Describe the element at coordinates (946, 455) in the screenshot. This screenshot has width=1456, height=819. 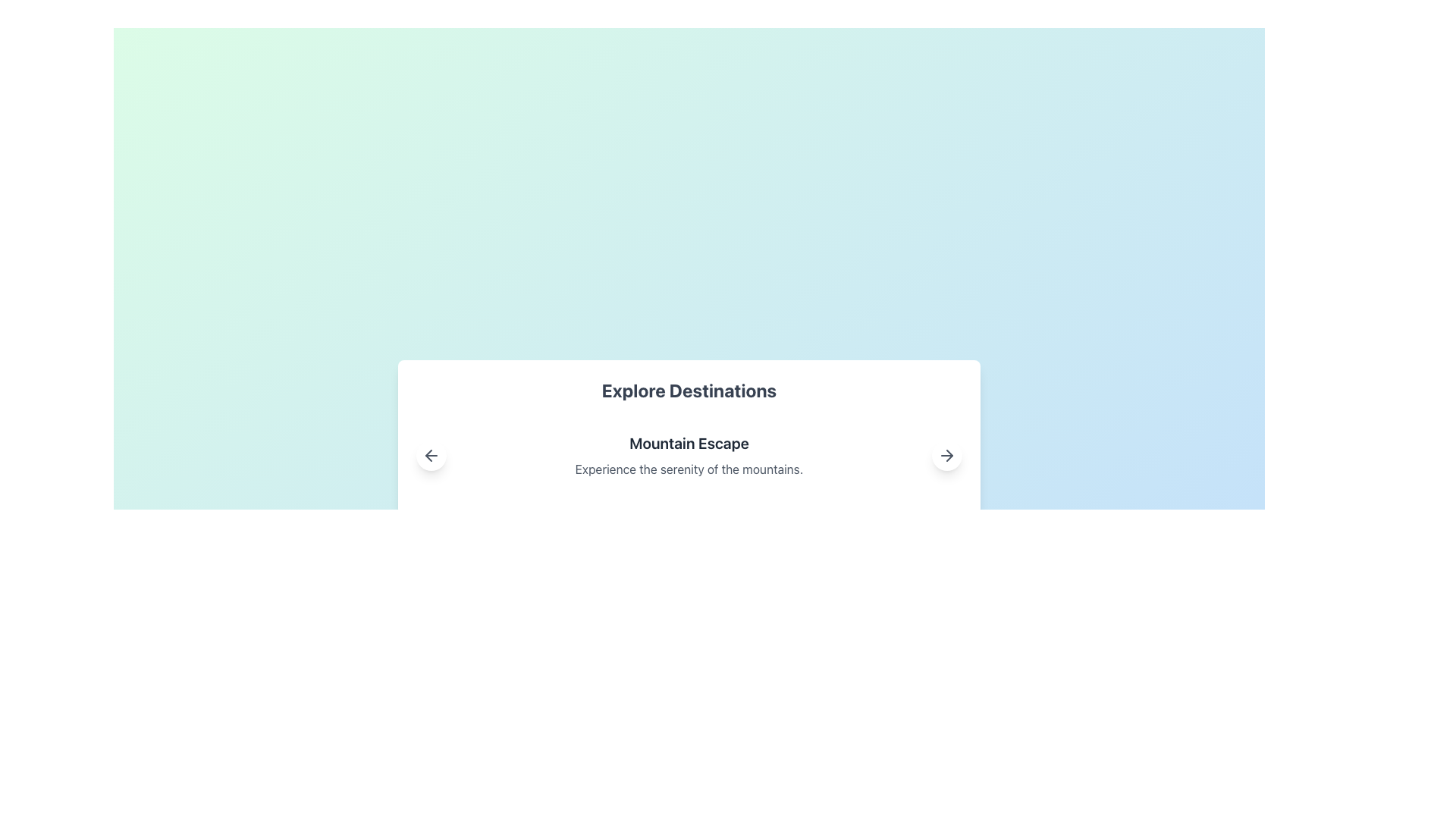
I see `the rightward pointing arrow icon within the circular button` at that location.